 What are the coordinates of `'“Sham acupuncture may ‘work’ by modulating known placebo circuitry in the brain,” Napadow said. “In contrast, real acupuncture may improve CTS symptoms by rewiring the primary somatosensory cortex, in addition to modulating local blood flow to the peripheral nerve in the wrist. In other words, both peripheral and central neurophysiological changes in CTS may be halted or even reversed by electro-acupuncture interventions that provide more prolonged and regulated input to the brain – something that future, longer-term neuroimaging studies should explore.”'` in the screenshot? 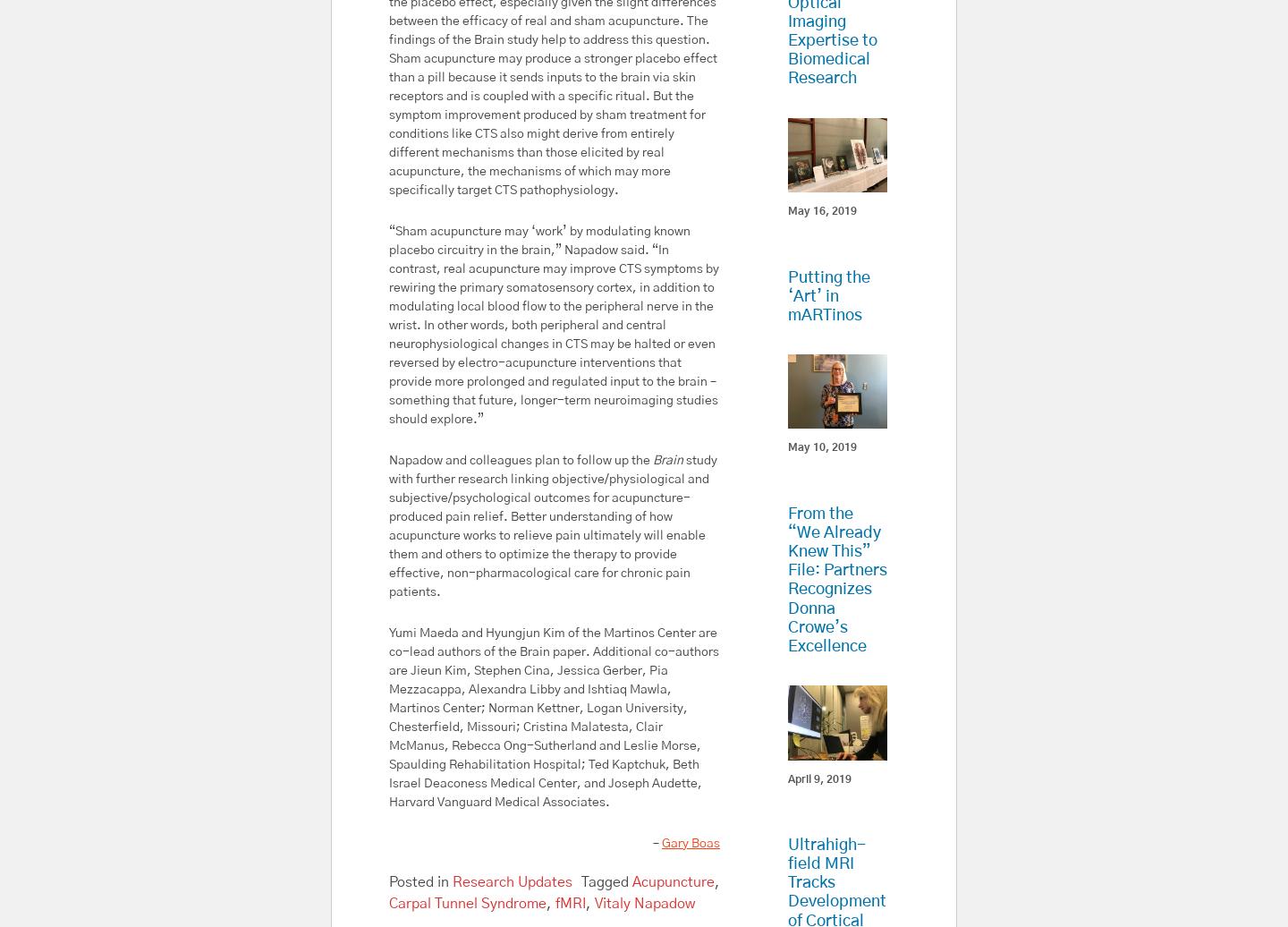 It's located at (553, 325).